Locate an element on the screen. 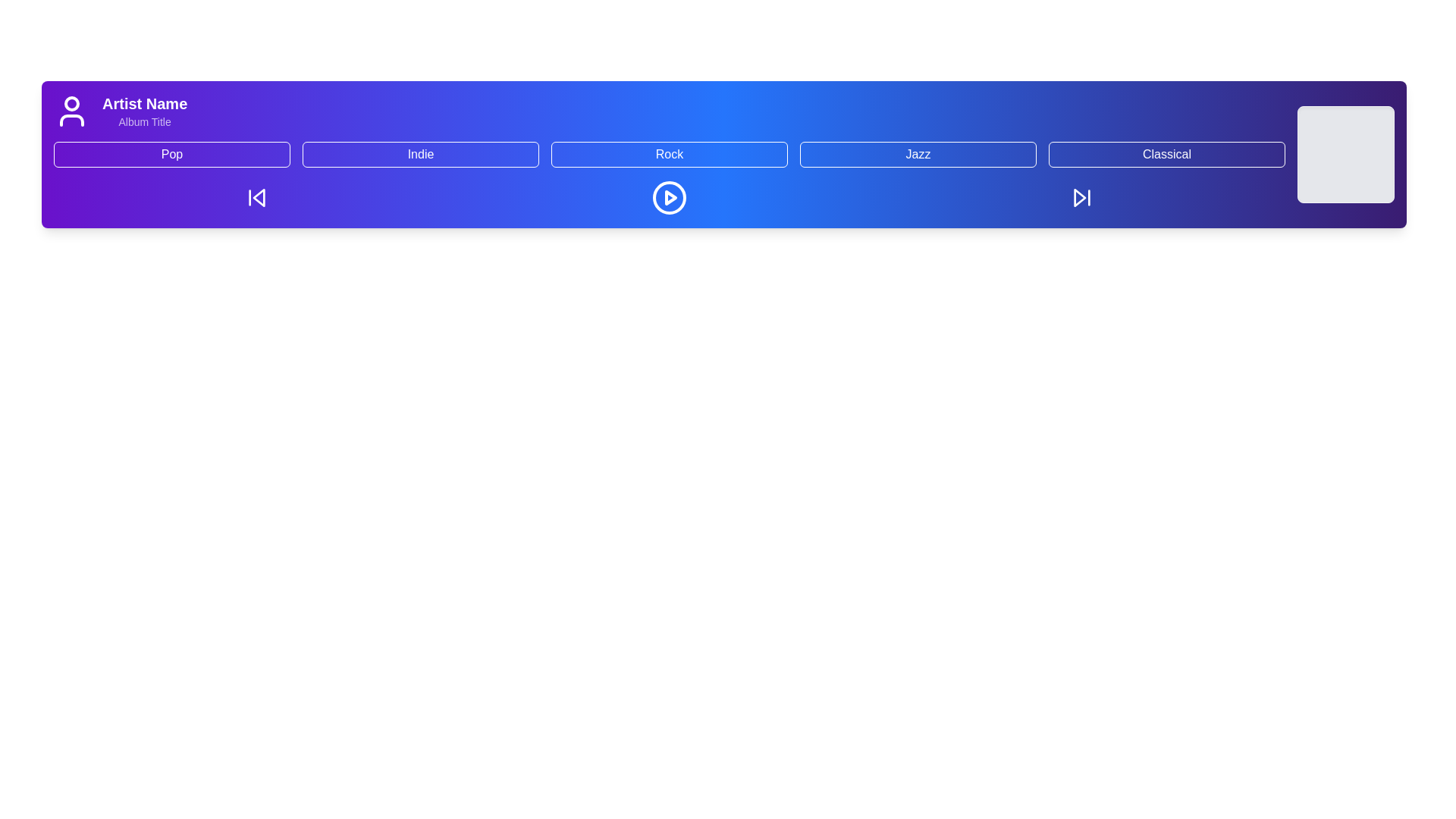  the small filled circular decorative graphic element located within the SVG in the upper left corner of the application layout, near the 'Artist Name' and 'Album Title' is located at coordinates (71, 103).